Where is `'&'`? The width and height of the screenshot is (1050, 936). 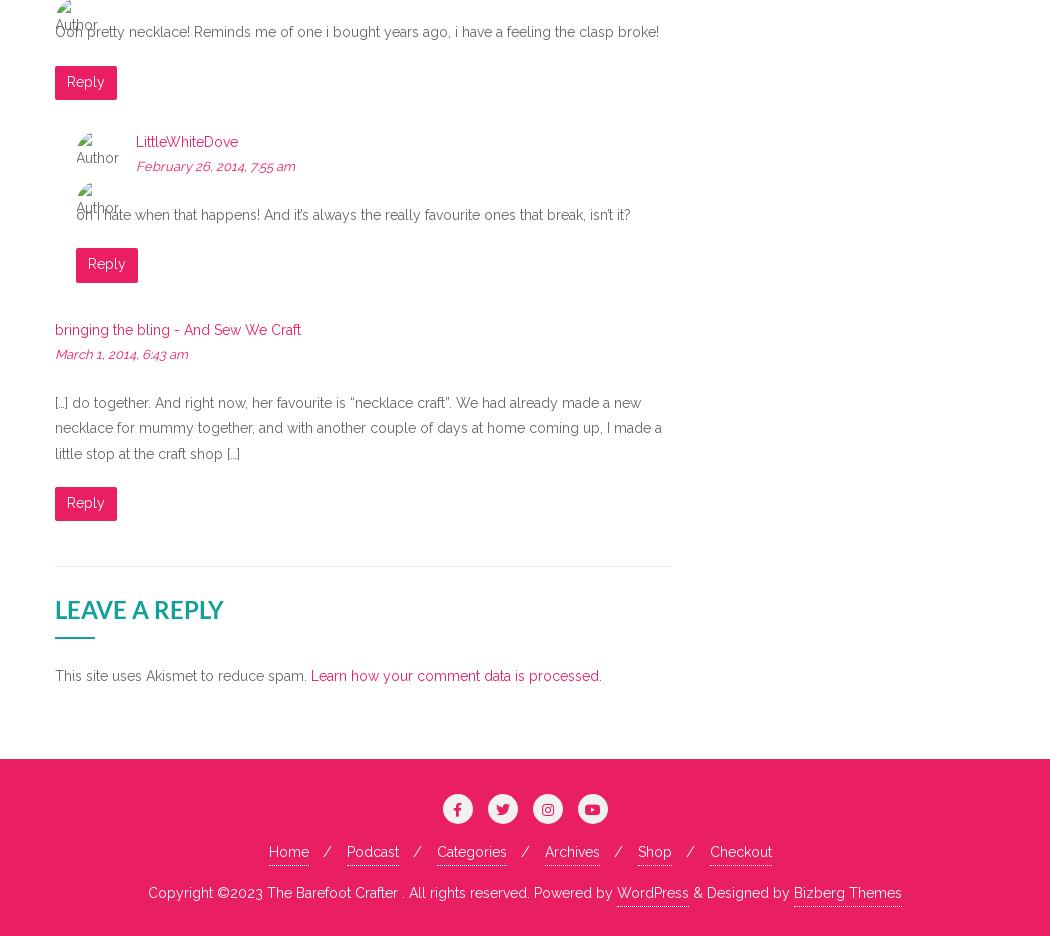 '&' is located at coordinates (700, 891).